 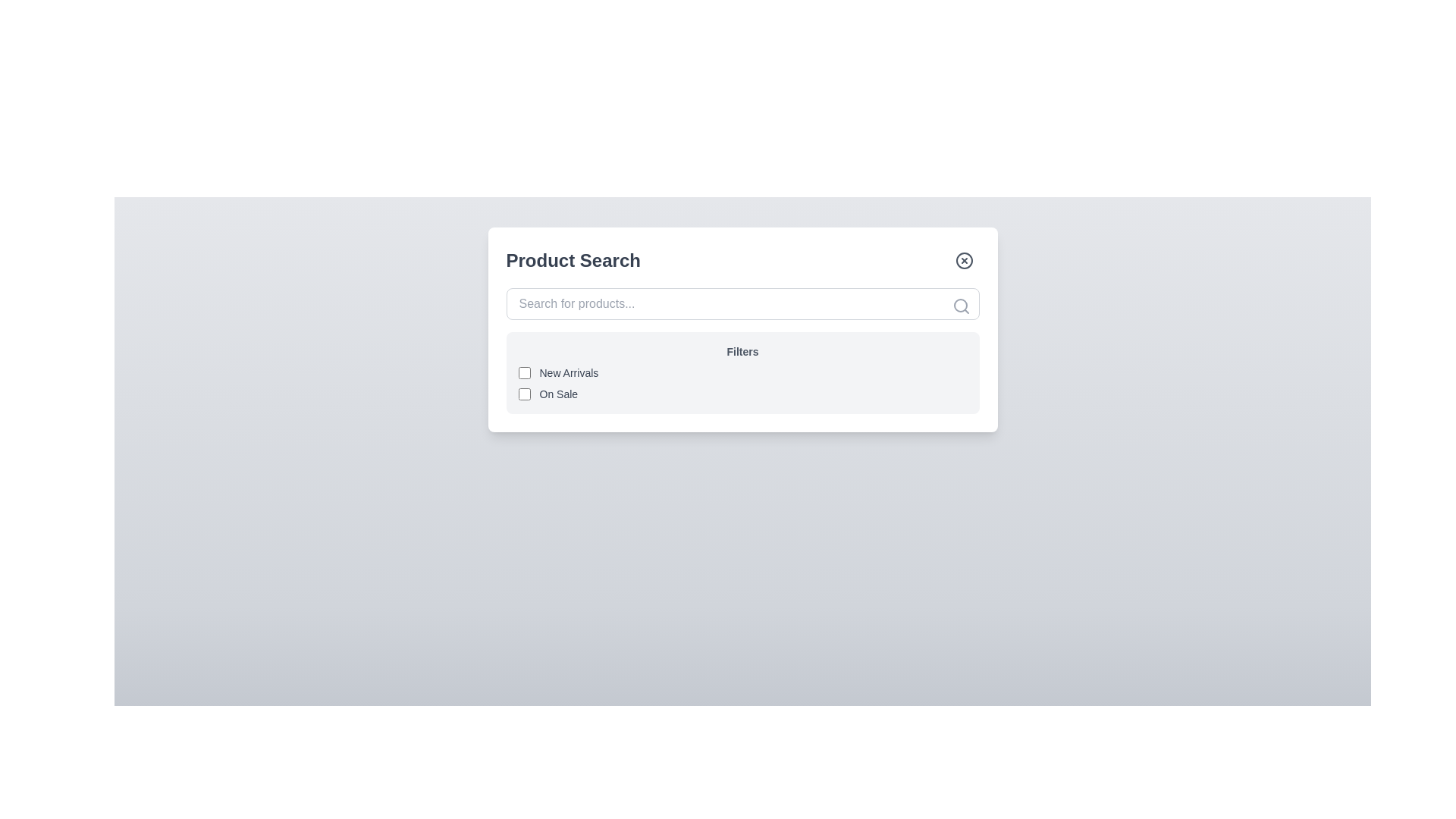 What do you see at coordinates (568, 373) in the screenshot?
I see `the text label for the 'New Arrivals' checkbox located to the immediate right of the checkbox in the 'Filters' section` at bounding box center [568, 373].